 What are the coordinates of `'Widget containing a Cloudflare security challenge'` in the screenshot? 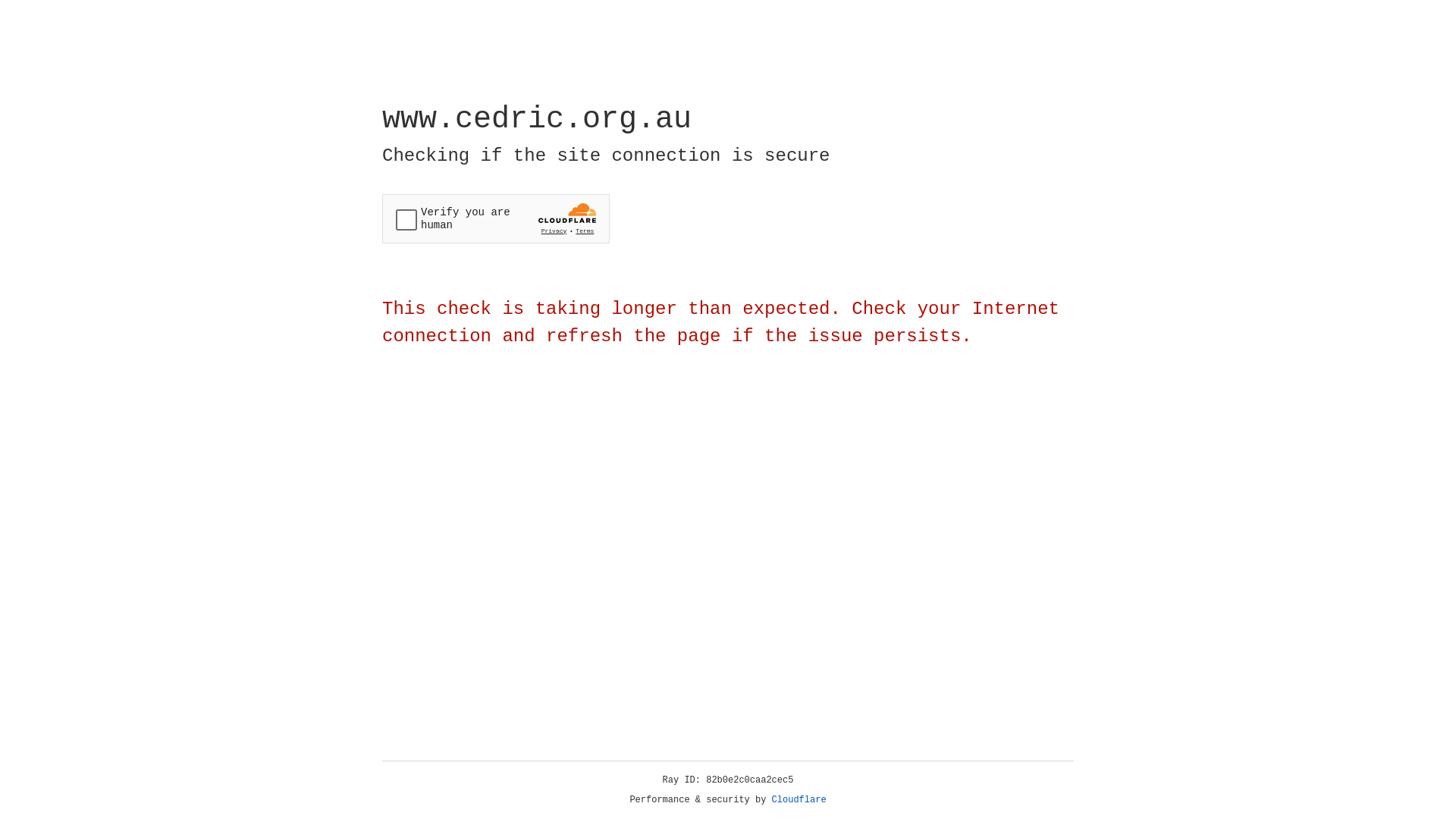 It's located at (495, 218).